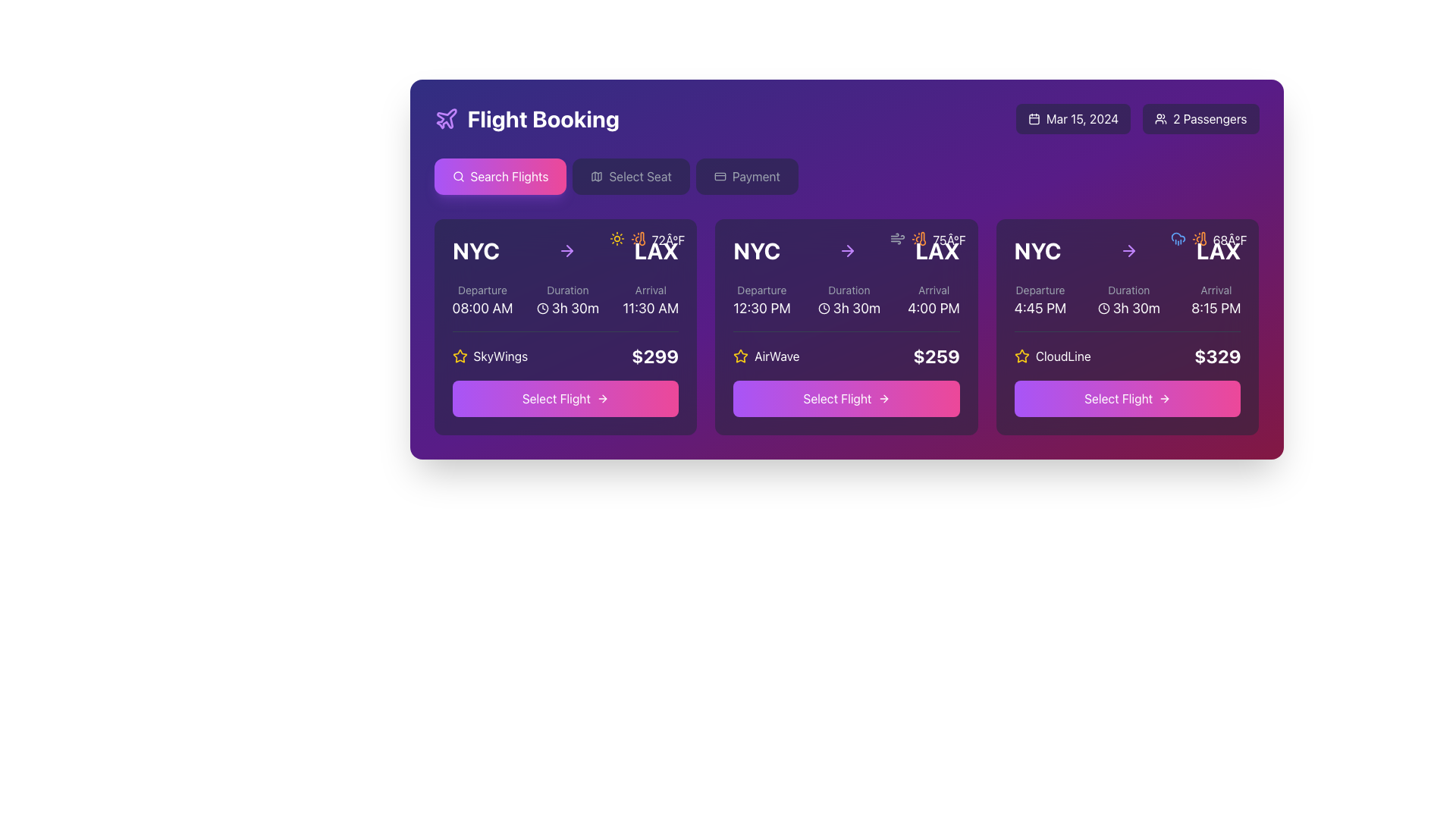 The image size is (1456, 819). I want to click on the text display that shows the departure time of the selected flight, located in the leftmost card above the flight duration and arrival time details, so click(482, 301).